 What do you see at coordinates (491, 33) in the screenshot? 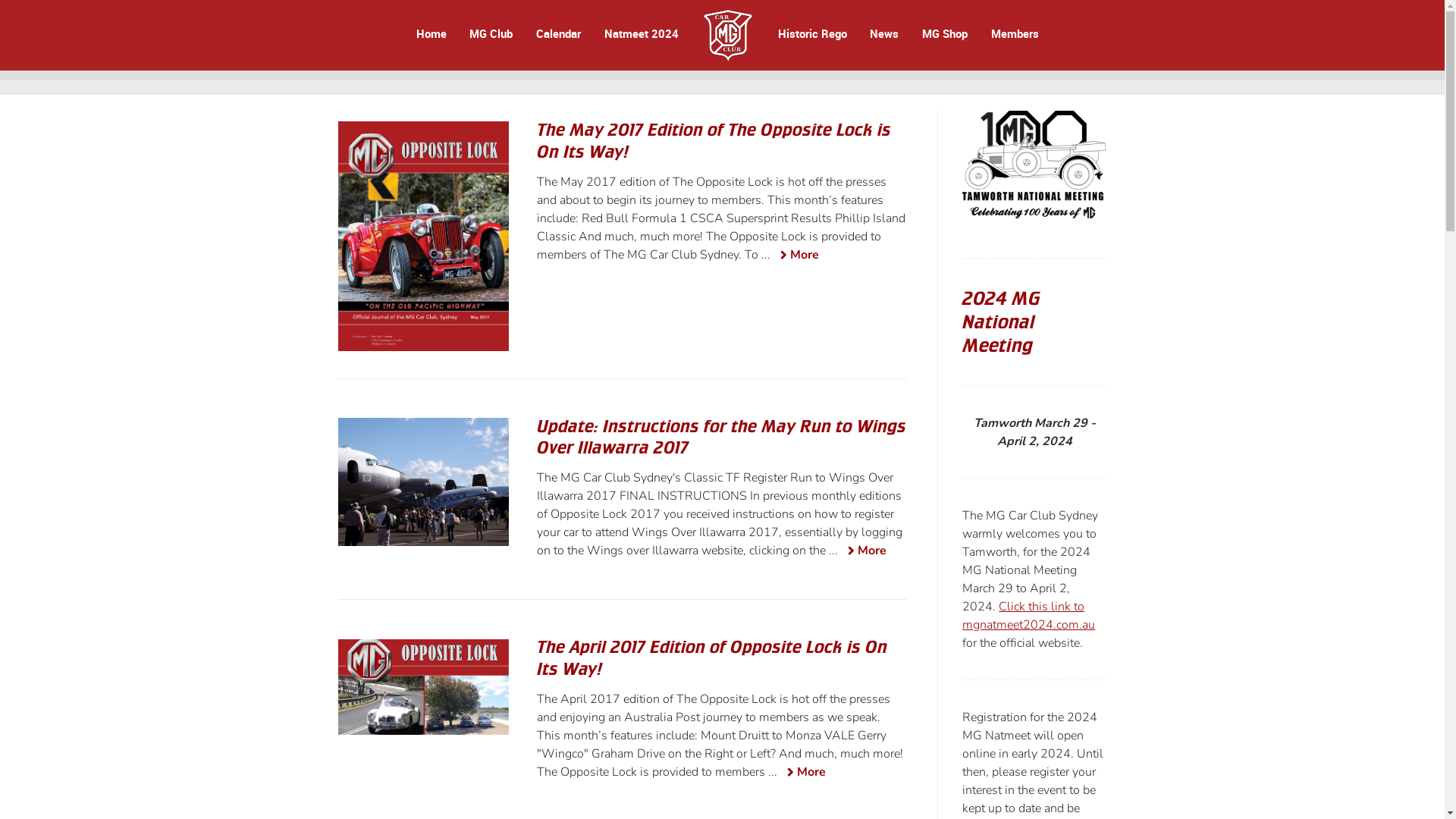
I see `'MG Club'` at bounding box center [491, 33].